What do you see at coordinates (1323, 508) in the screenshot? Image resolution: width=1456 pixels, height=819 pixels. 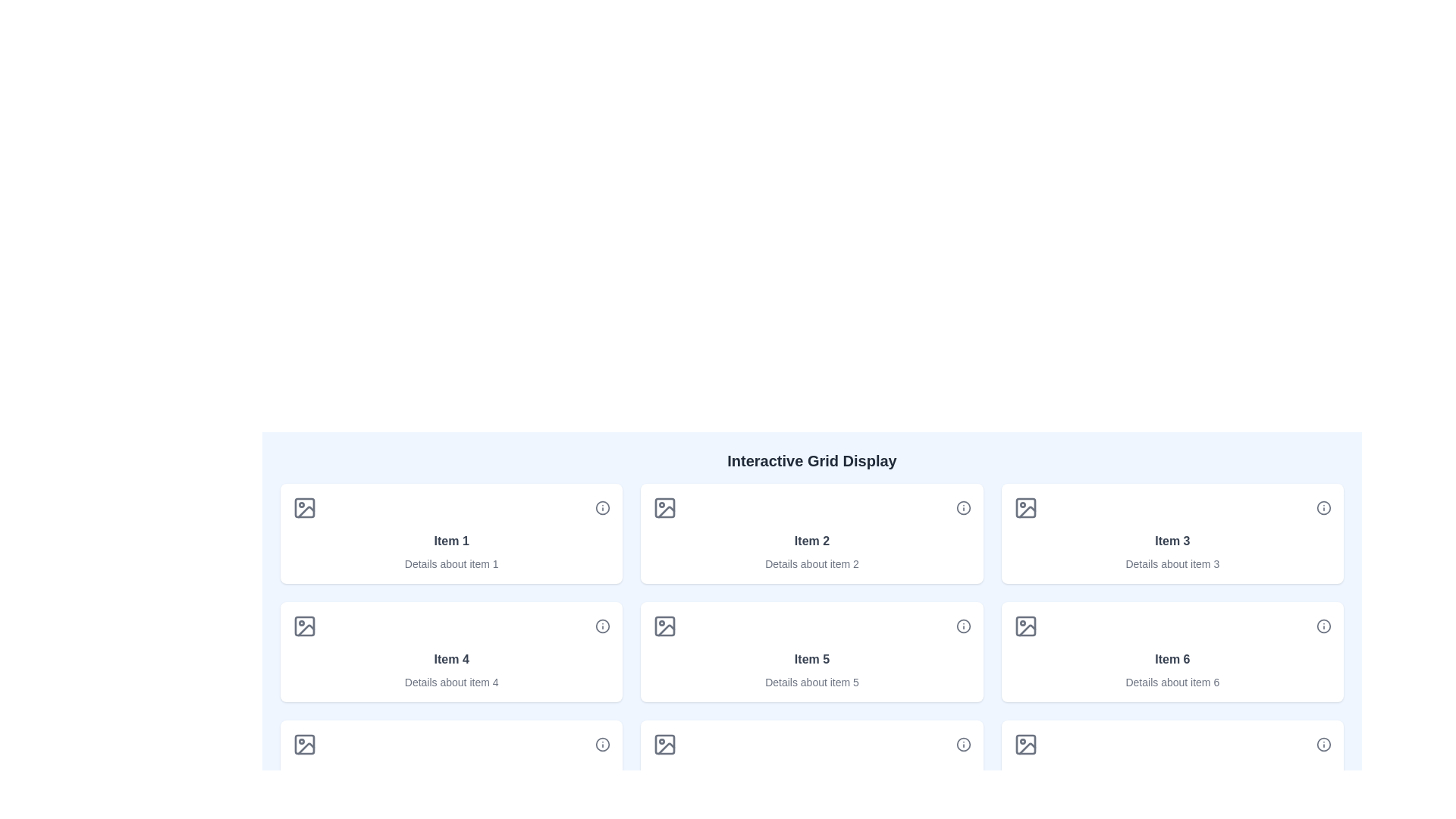 I see `the informational button located in the top-right corner of the 'Item 3' component to change its appearance` at bounding box center [1323, 508].